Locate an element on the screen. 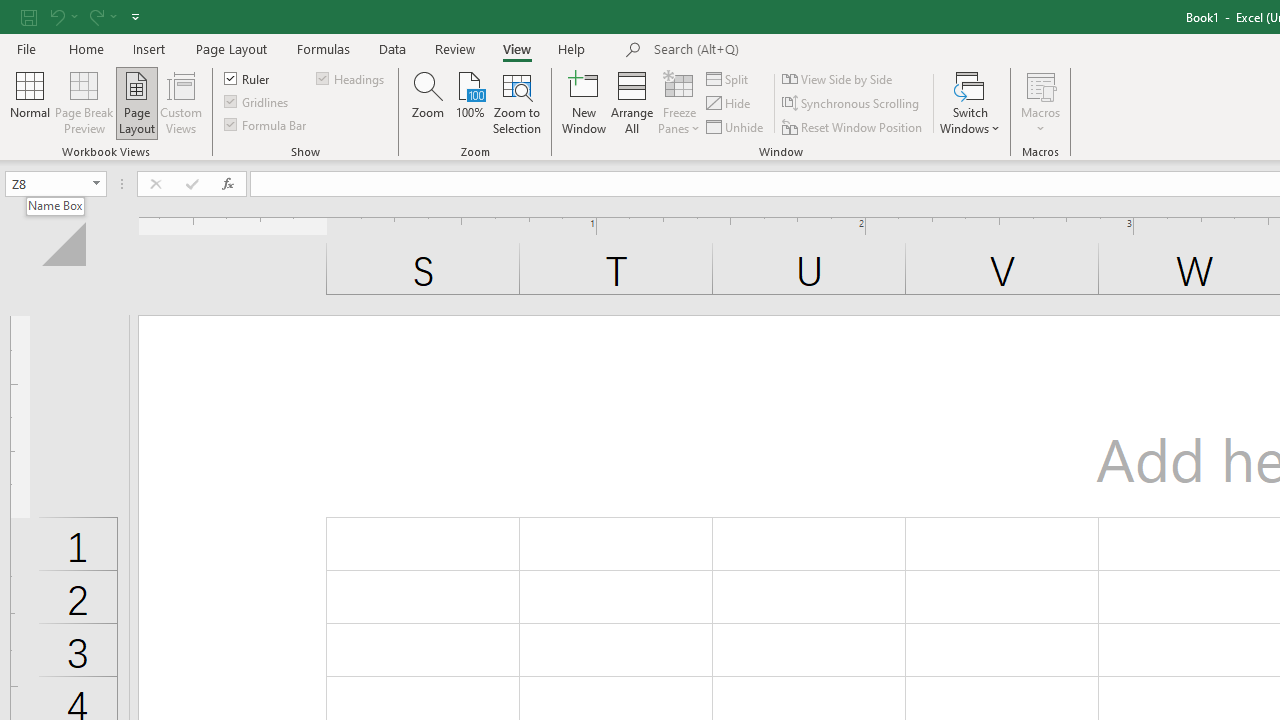  'Freeze Panes' is located at coordinates (679, 103).